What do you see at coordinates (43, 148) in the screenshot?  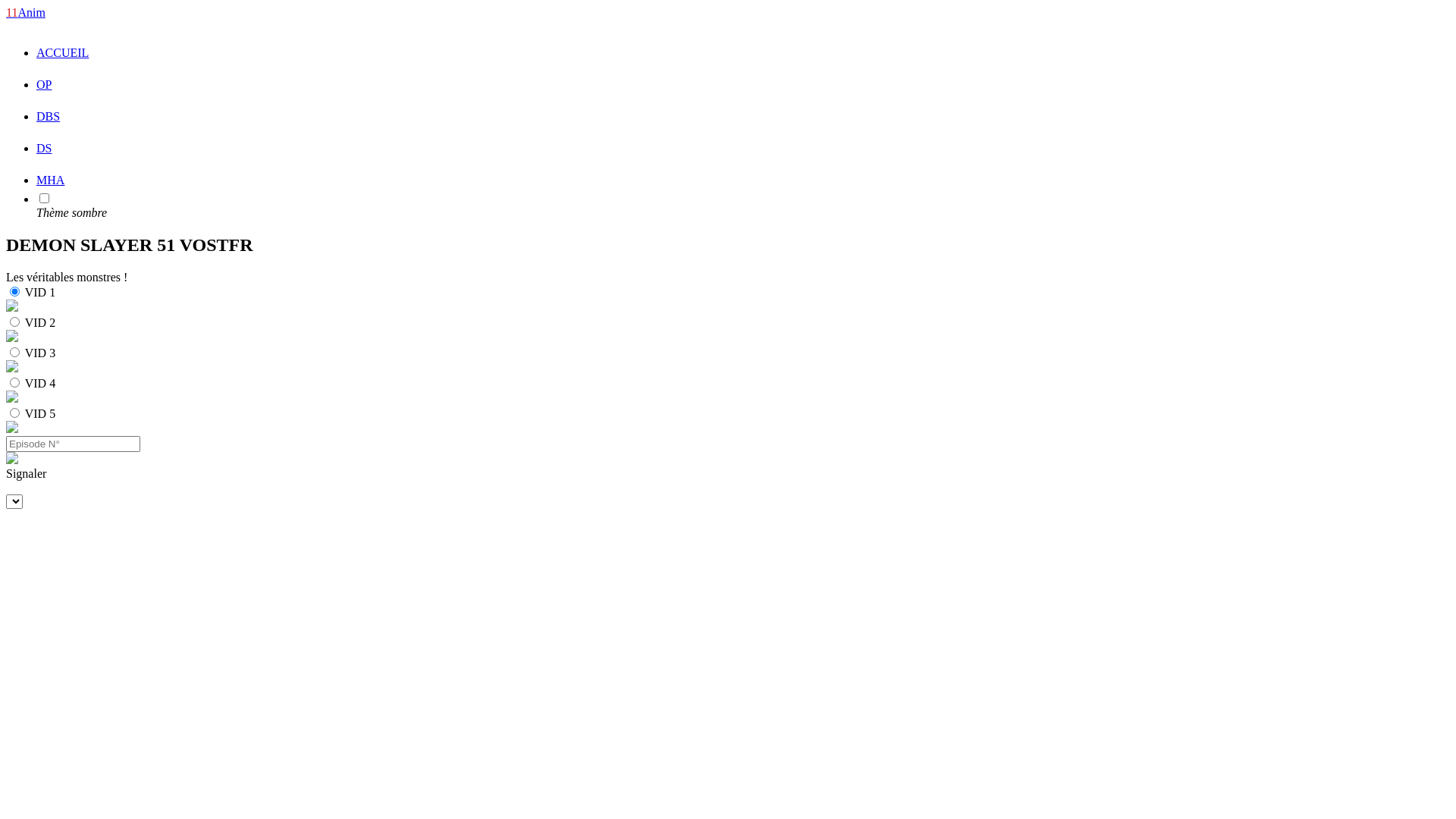 I see `'DS'` at bounding box center [43, 148].